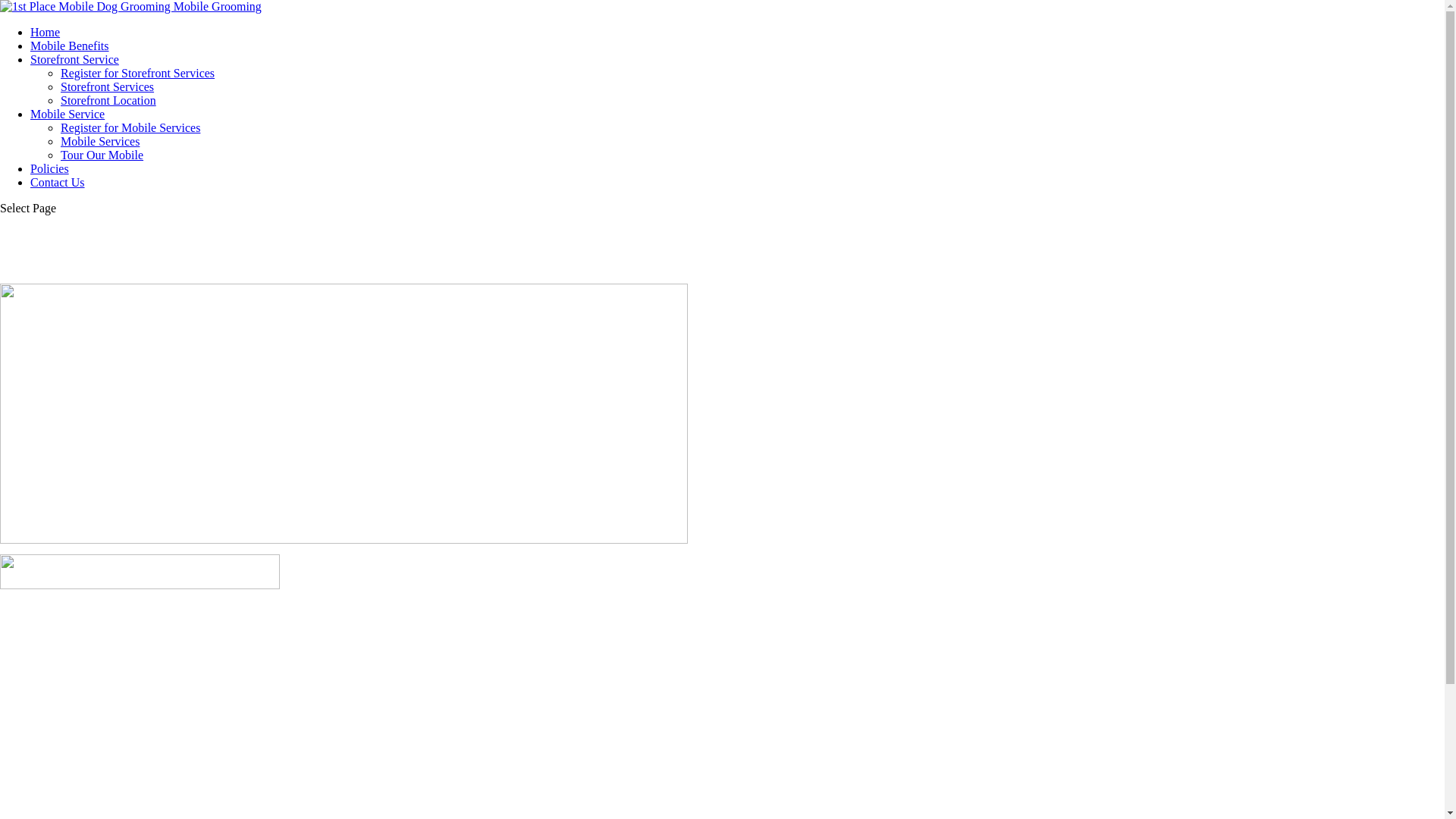 The width and height of the screenshot is (1456, 819). Describe the element at coordinates (0, 571) in the screenshot. I see `'470-452-9484'` at that location.